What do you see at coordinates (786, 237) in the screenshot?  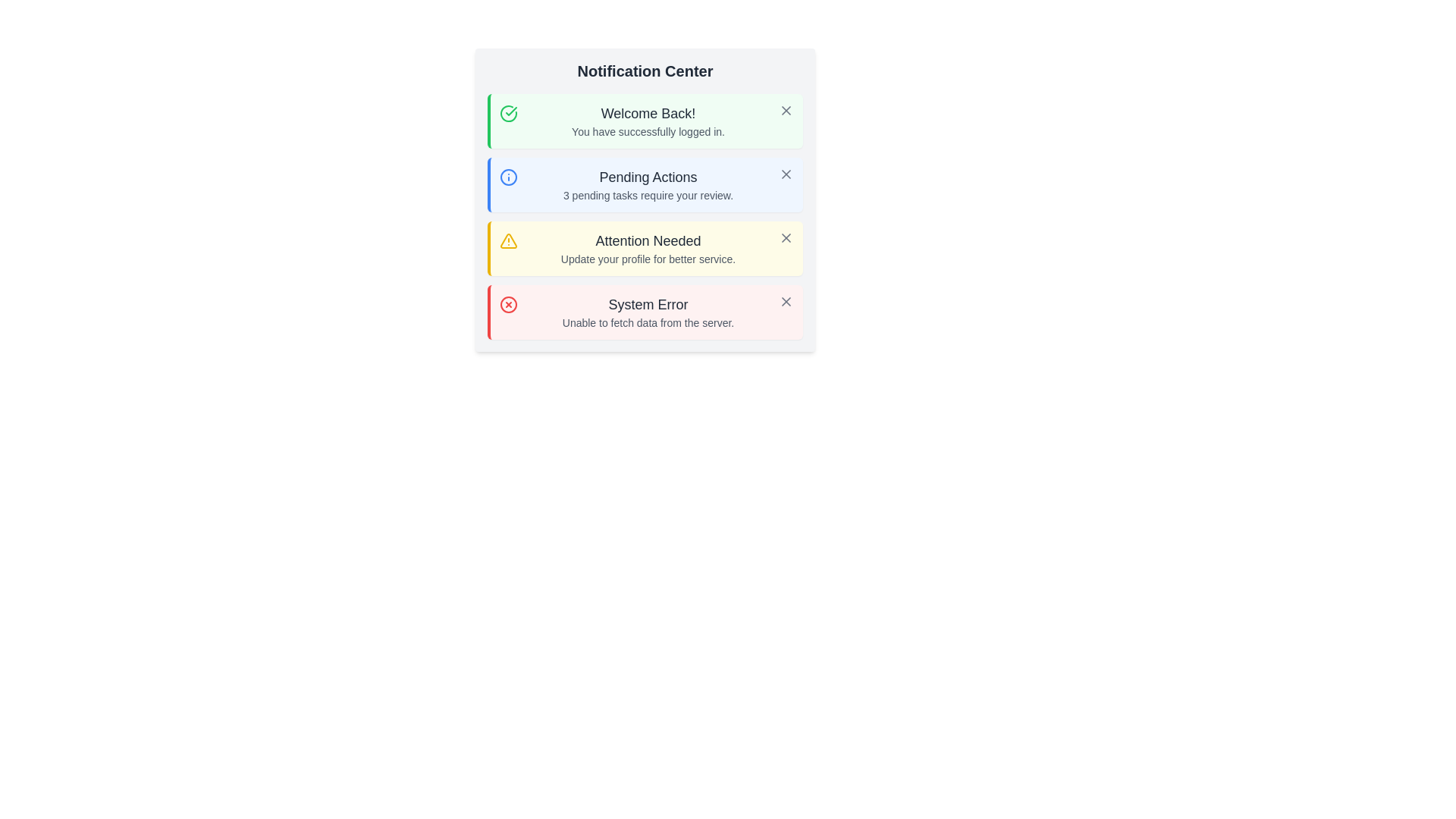 I see `the interactive icon button styled as a small gray 'X' positioned on the right edge of the yellow notification labeled 'Attention Needed' to trigger its hover effects` at bounding box center [786, 237].